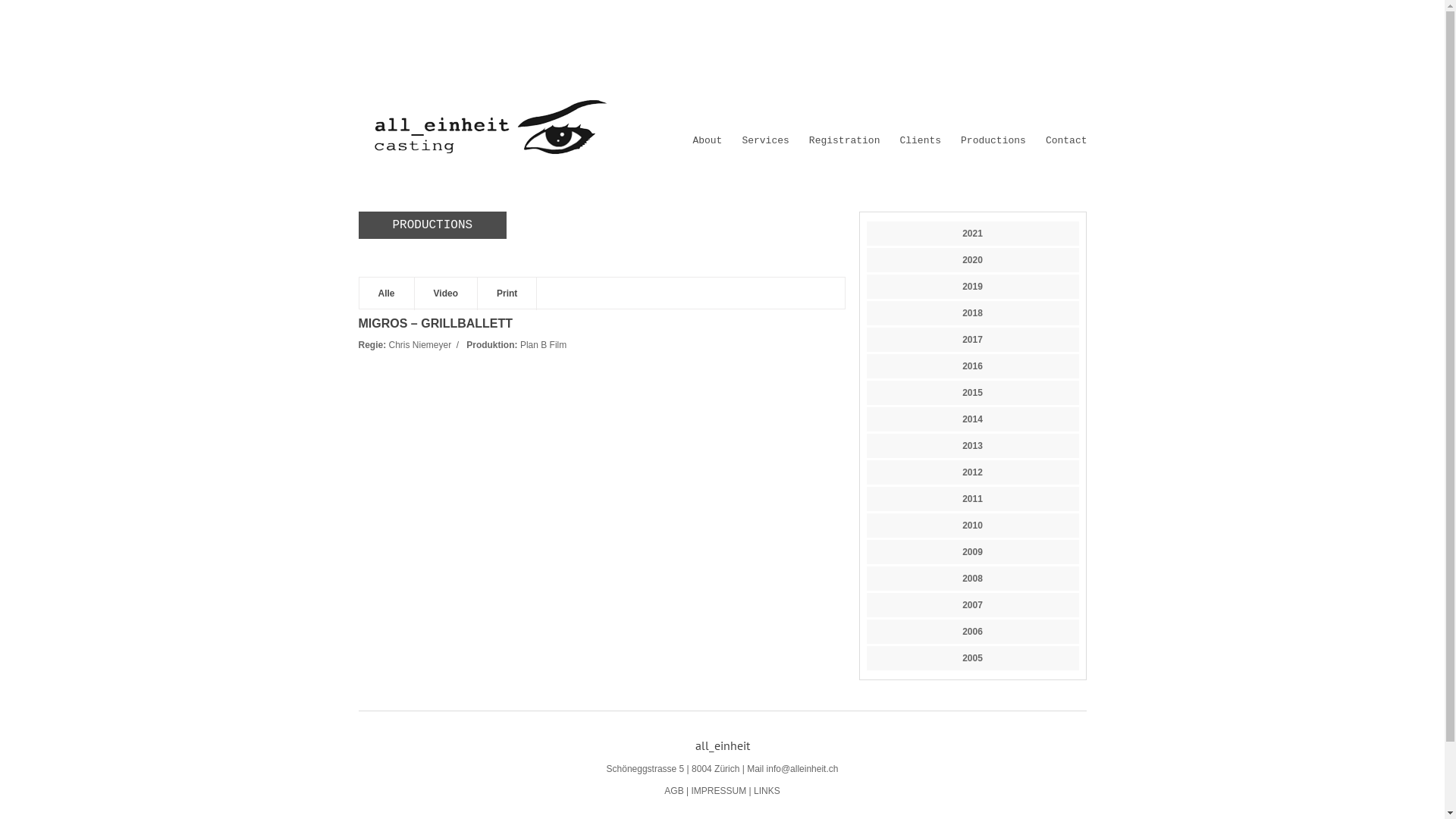  Describe the element at coordinates (972, 366) in the screenshot. I see `'2016'` at that location.